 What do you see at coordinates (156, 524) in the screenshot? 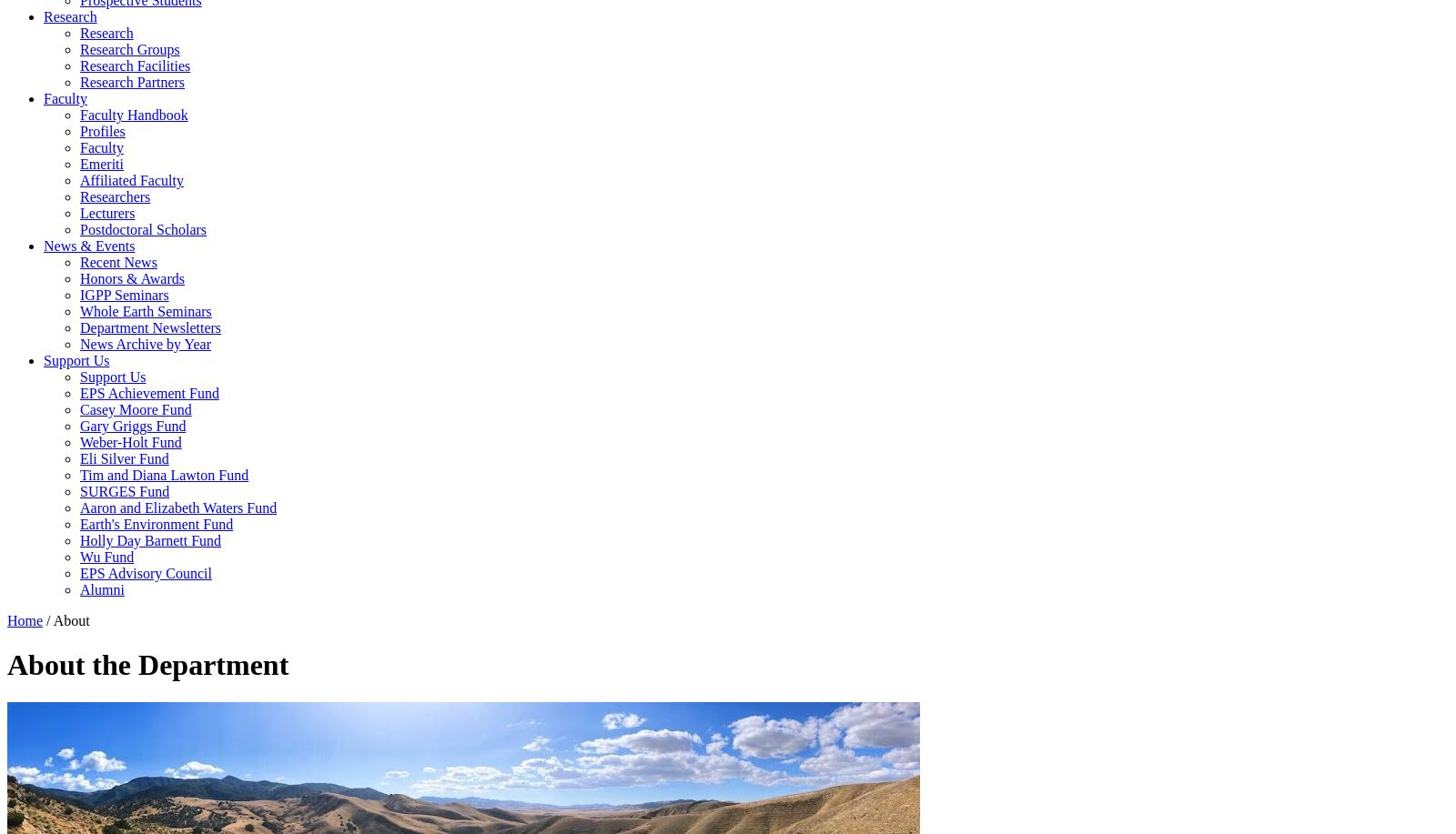
I see `'Earth's Environment Fund'` at bounding box center [156, 524].